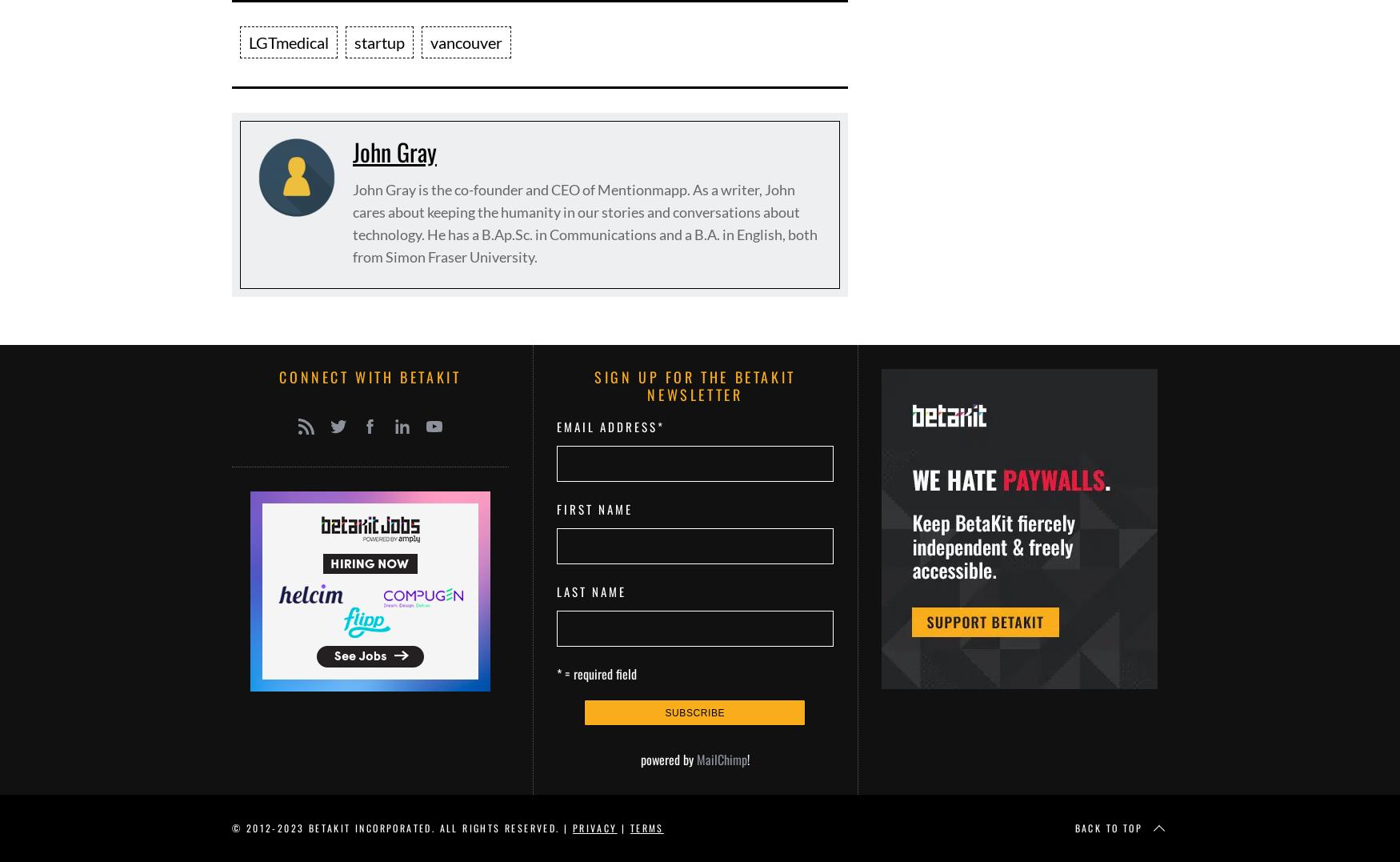 This screenshot has height=862, width=1400. Describe the element at coordinates (660, 426) in the screenshot. I see `'*'` at that location.